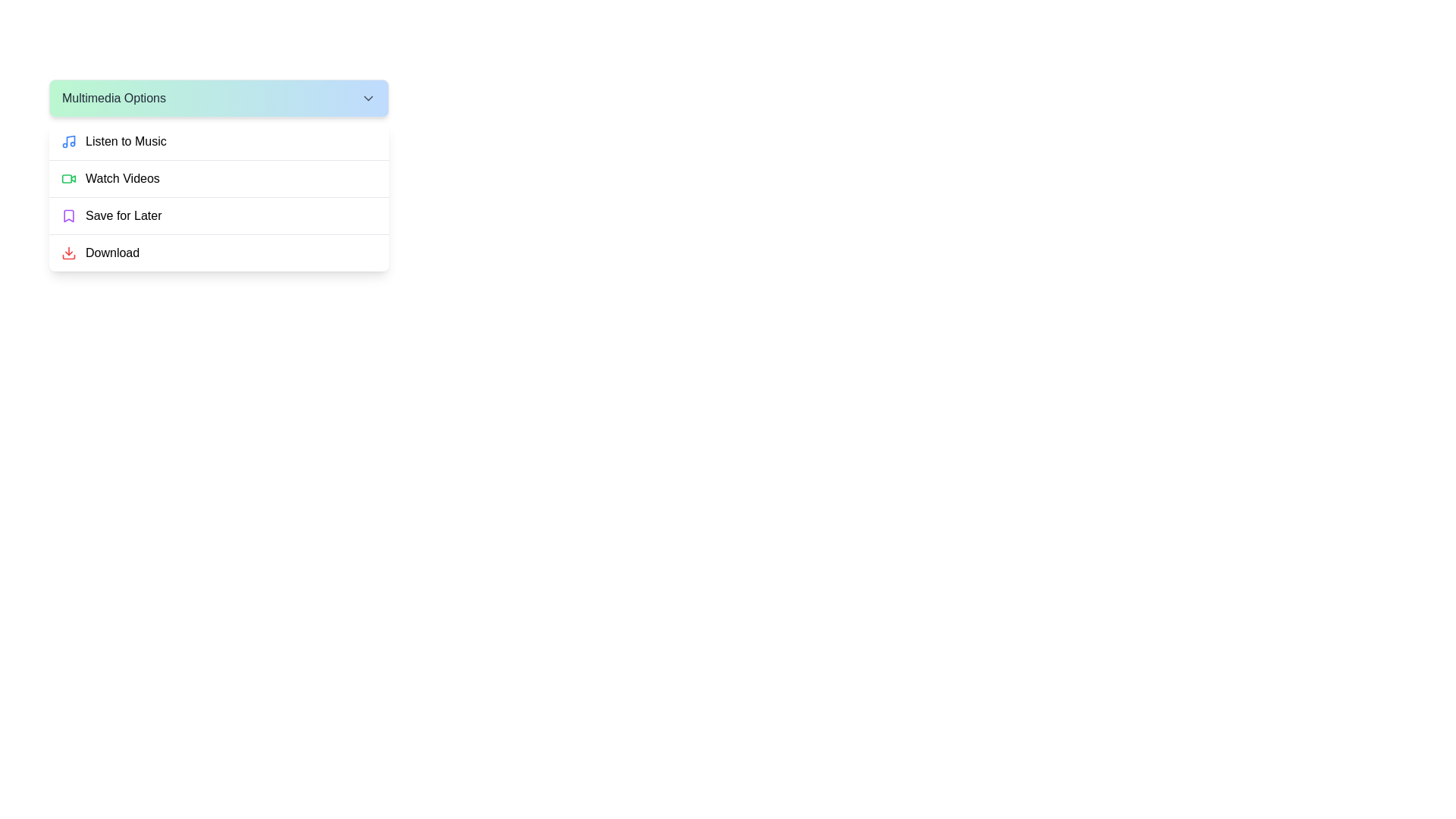 The height and width of the screenshot is (819, 1456). I want to click on the downward-pointing chevron icon, which is gray and located at the end of the 'Multimedia Options' button, so click(368, 99).